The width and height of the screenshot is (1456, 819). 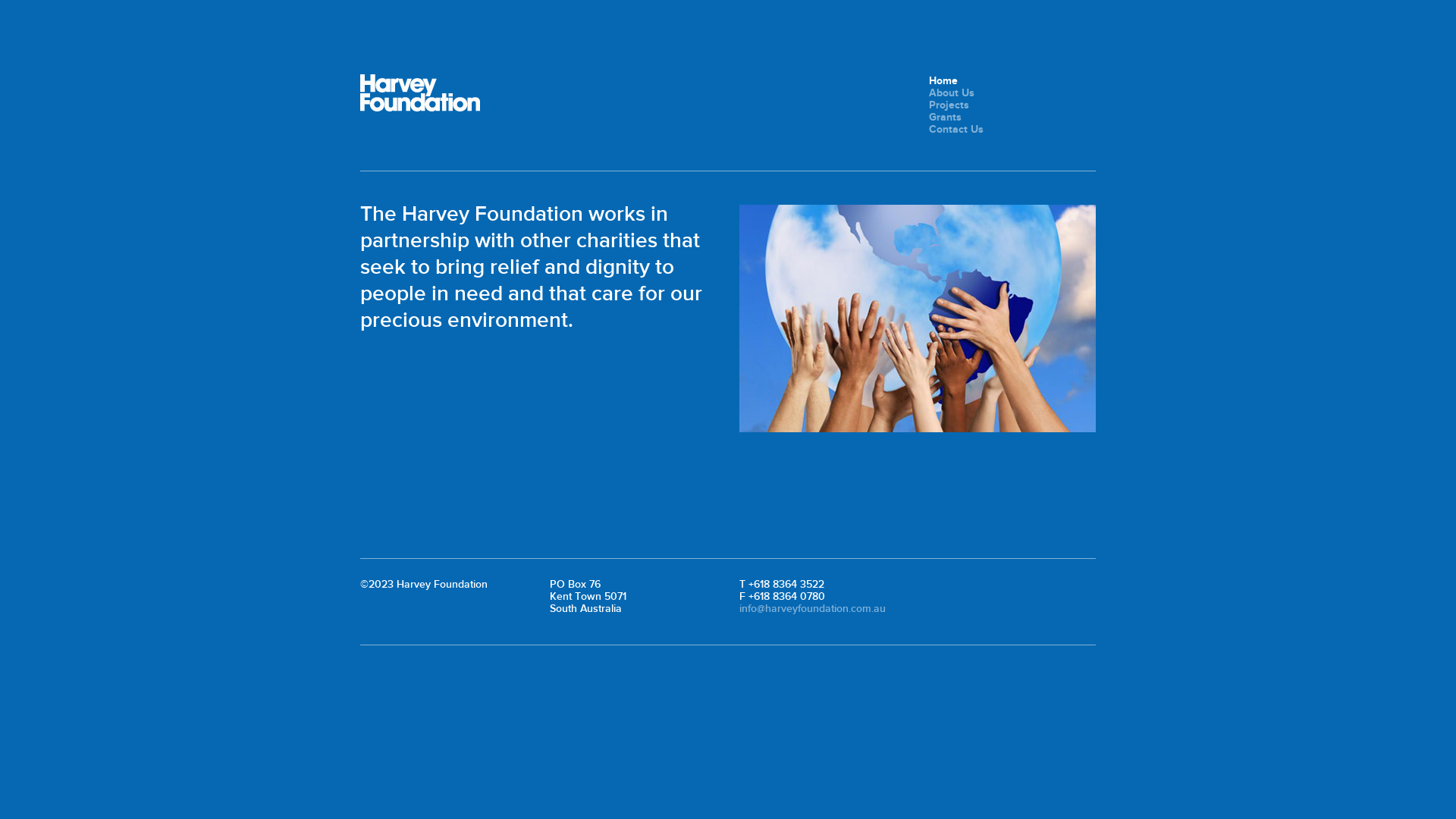 What do you see at coordinates (927, 104) in the screenshot?
I see `'Projects'` at bounding box center [927, 104].